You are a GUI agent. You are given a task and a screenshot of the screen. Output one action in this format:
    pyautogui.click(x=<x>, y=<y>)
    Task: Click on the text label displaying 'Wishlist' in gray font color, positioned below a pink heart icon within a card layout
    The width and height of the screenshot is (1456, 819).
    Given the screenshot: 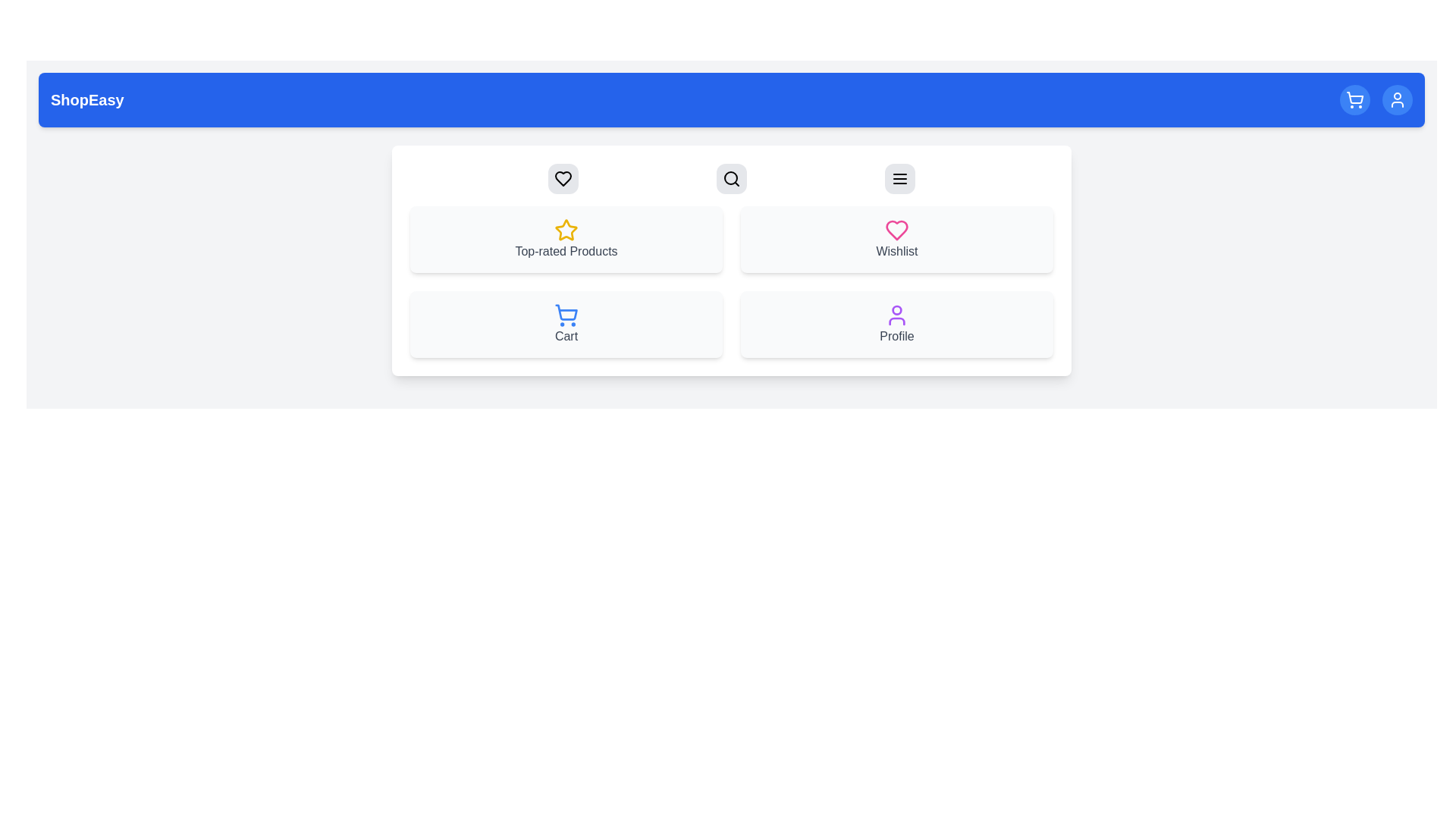 What is the action you would take?
    pyautogui.click(x=896, y=250)
    